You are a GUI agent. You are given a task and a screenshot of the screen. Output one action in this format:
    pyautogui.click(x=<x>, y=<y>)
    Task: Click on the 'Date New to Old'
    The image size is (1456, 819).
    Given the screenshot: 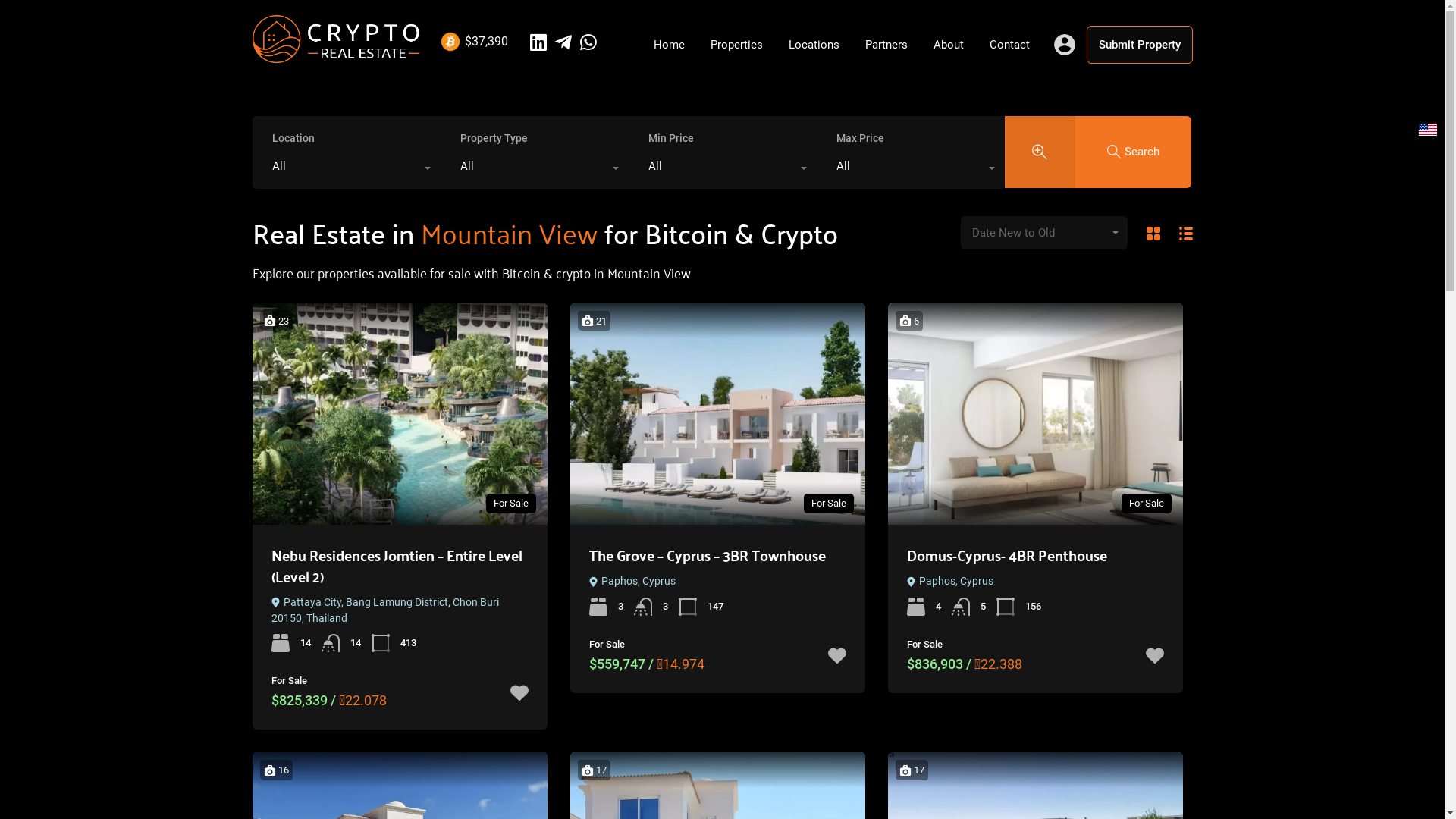 What is the action you would take?
    pyautogui.click(x=1043, y=233)
    